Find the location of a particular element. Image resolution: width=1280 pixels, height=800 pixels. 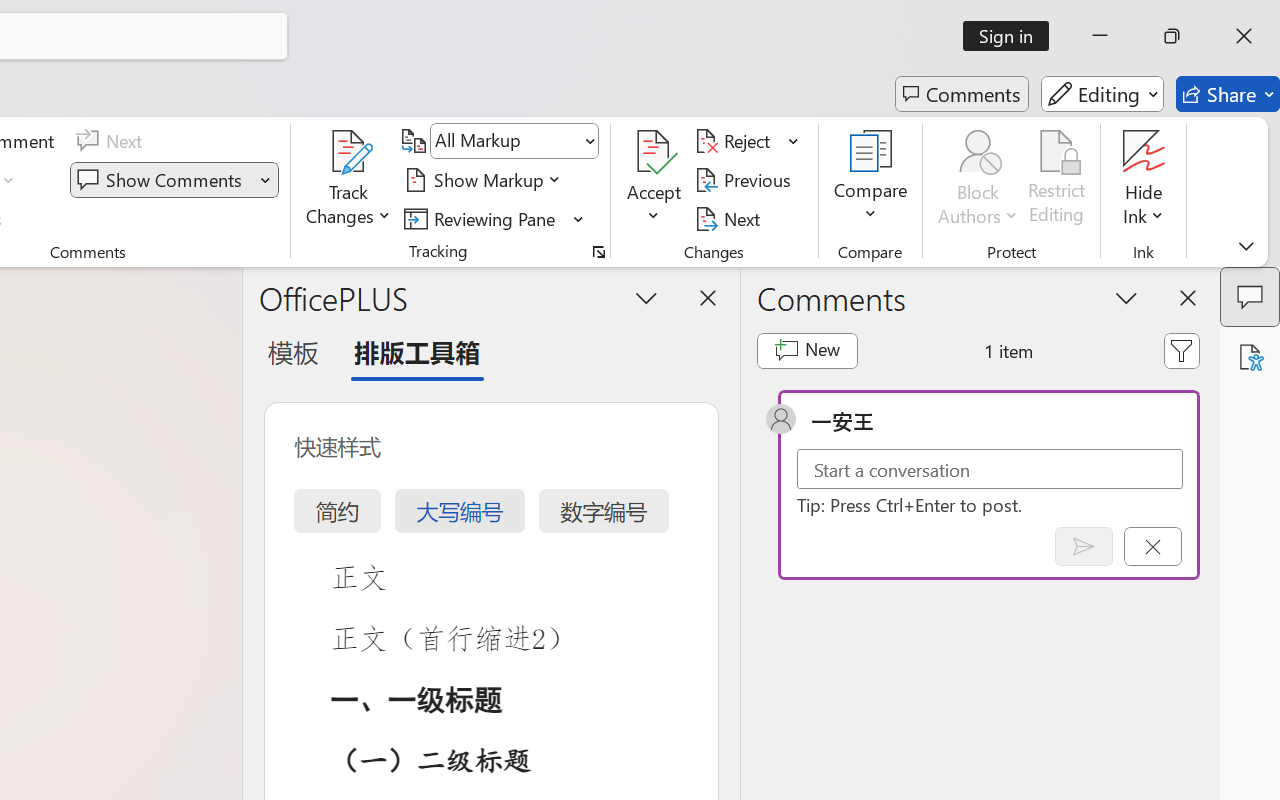

'Sign in' is located at coordinates (1013, 35).